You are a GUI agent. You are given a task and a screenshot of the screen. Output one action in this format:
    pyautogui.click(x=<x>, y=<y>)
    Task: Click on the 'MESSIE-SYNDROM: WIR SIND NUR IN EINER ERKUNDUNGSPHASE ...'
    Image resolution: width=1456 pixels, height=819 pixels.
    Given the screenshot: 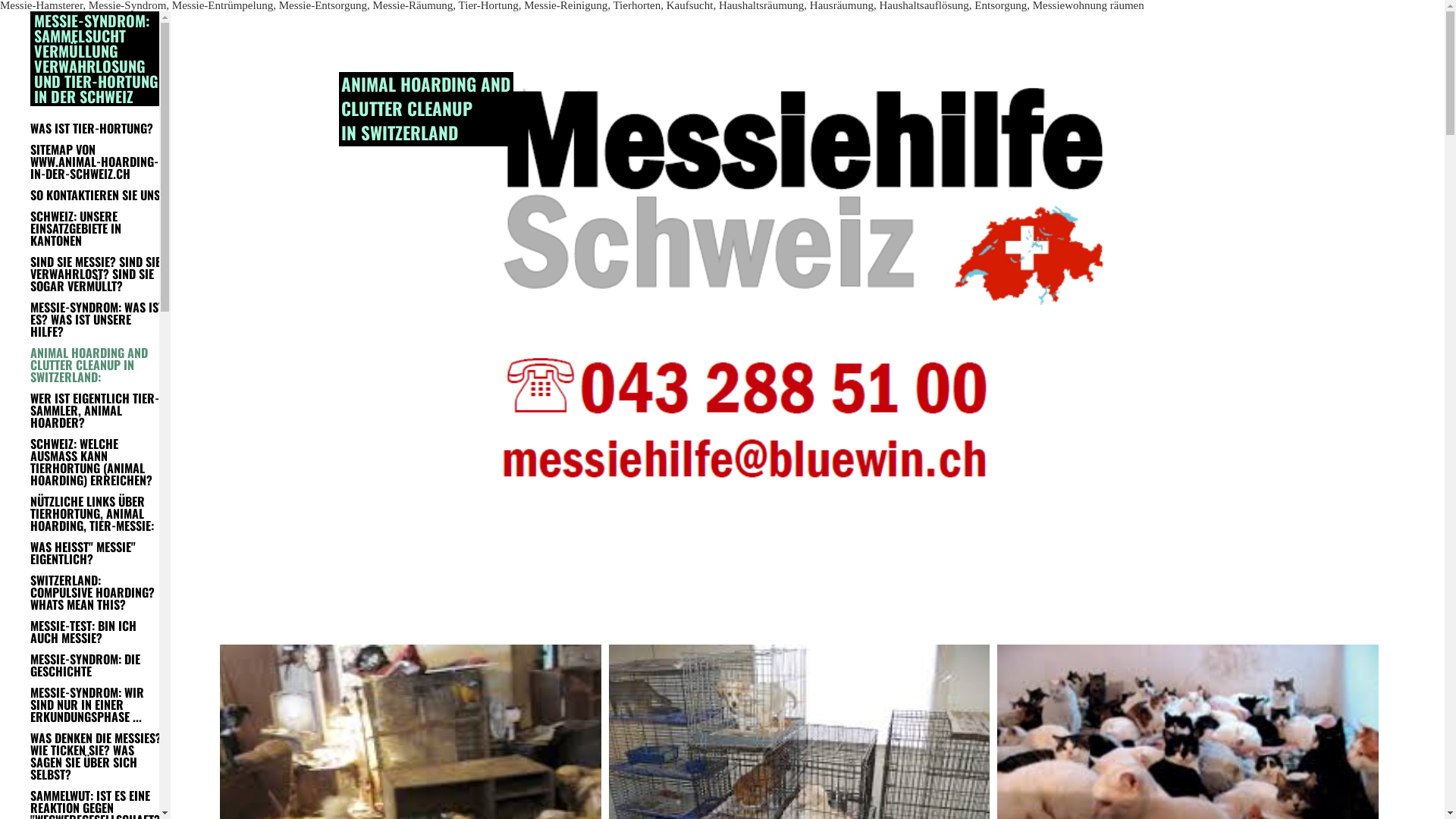 What is the action you would take?
    pyautogui.click(x=96, y=704)
    